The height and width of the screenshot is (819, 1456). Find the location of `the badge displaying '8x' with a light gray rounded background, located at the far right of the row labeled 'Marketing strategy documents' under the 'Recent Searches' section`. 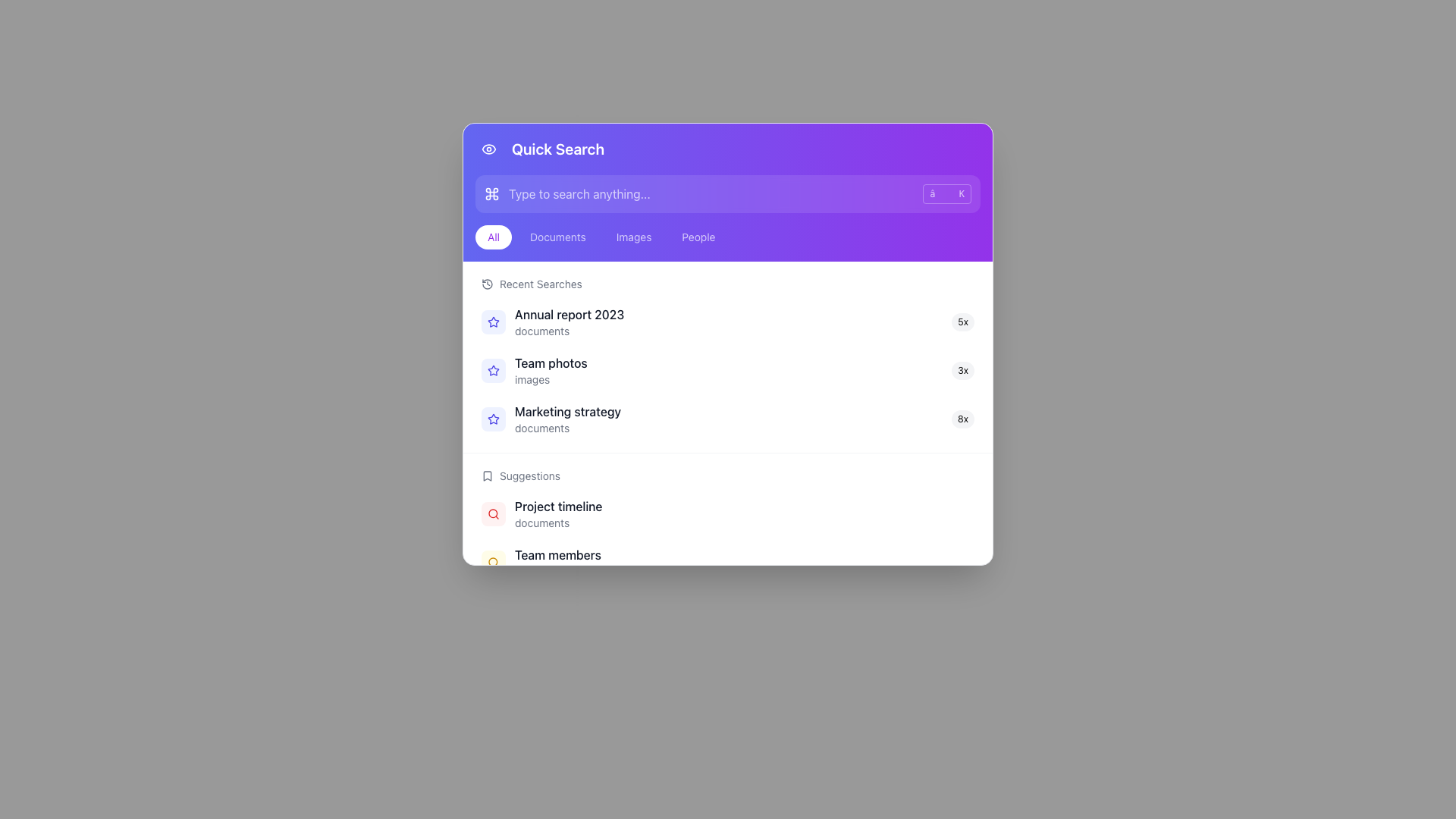

the badge displaying '8x' with a light gray rounded background, located at the far right of the row labeled 'Marketing strategy documents' under the 'Recent Searches' section is located at coordinates (962, 419).